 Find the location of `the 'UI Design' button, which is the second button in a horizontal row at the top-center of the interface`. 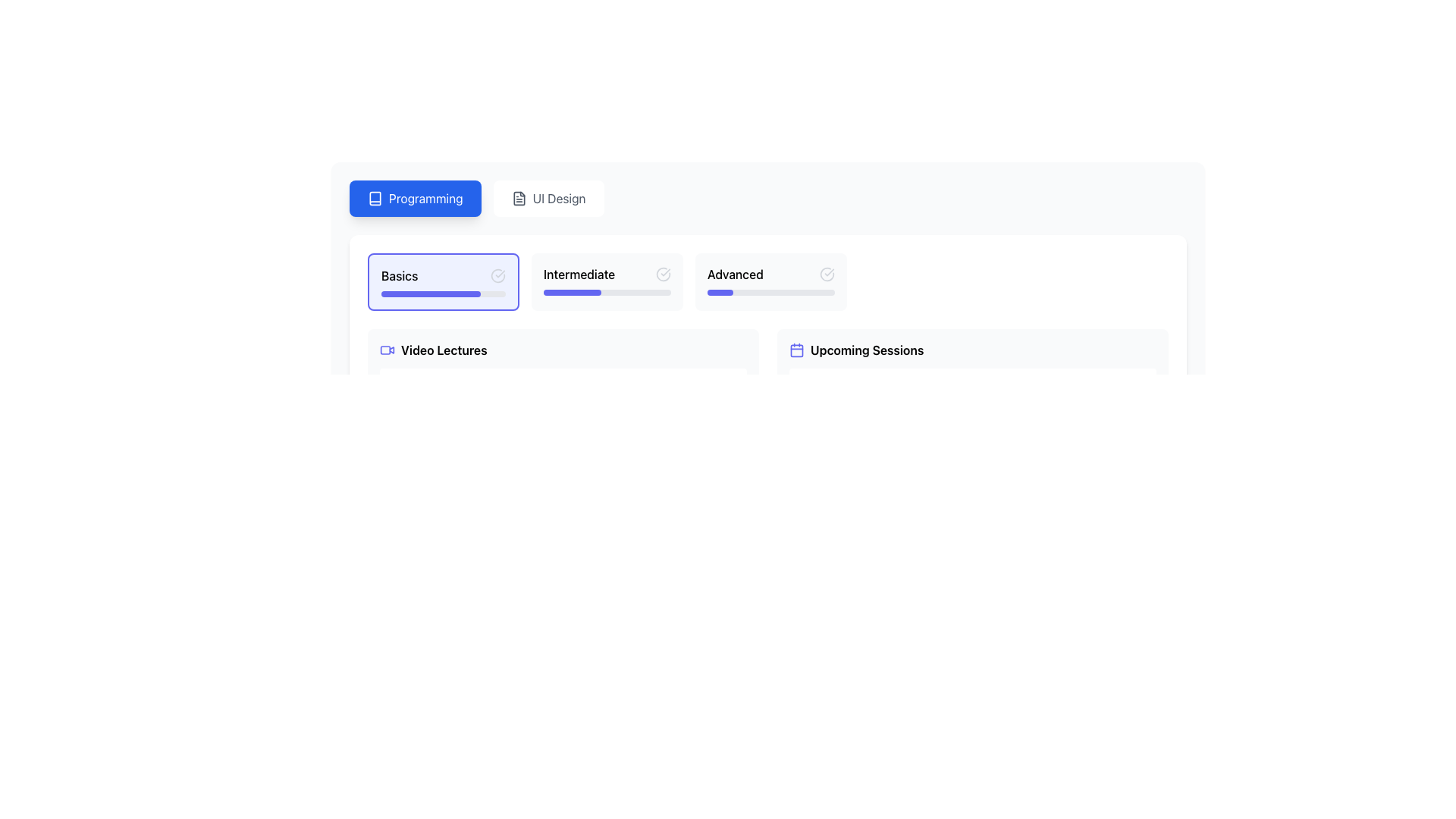

the 'UI Design' button, which is the second button in a horizontal row at the top-center of the interface is located at coordinates (548, 198).